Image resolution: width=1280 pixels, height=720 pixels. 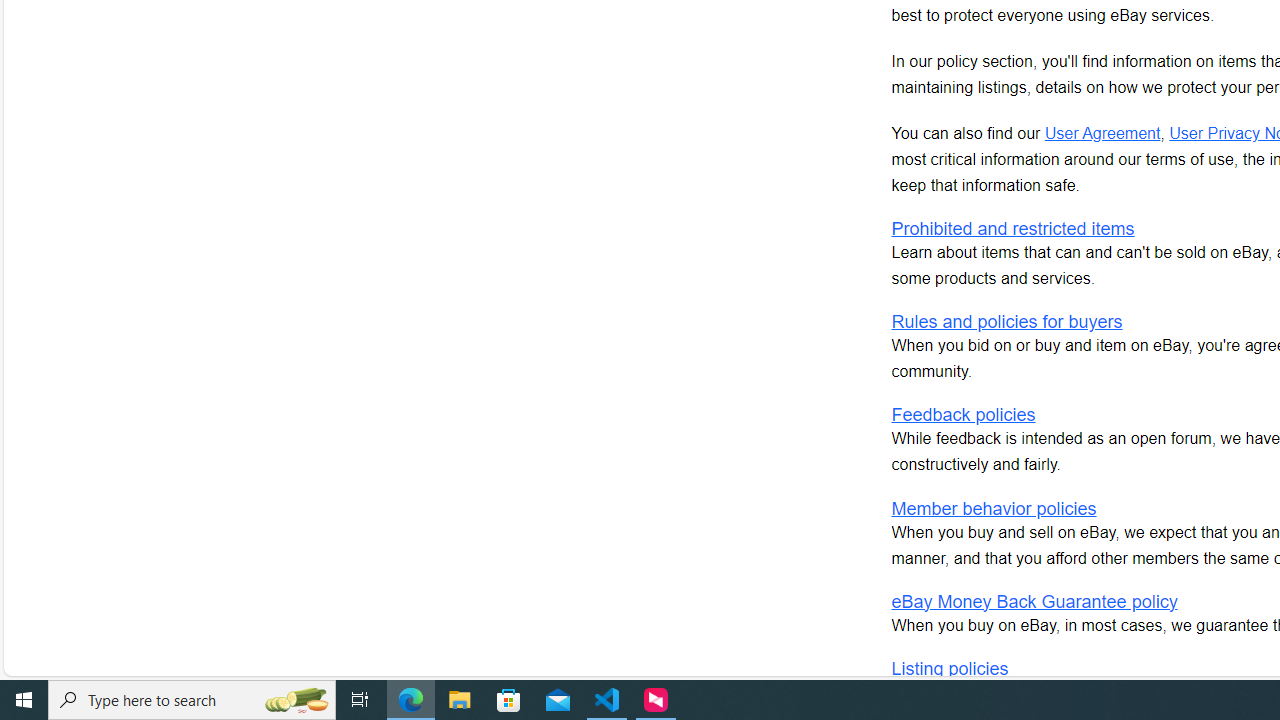 What do you see at coordinates (1013, 228) in the screenshot?
I see `'Prohibited and restricted items'` at bounding box center [1013, 228].